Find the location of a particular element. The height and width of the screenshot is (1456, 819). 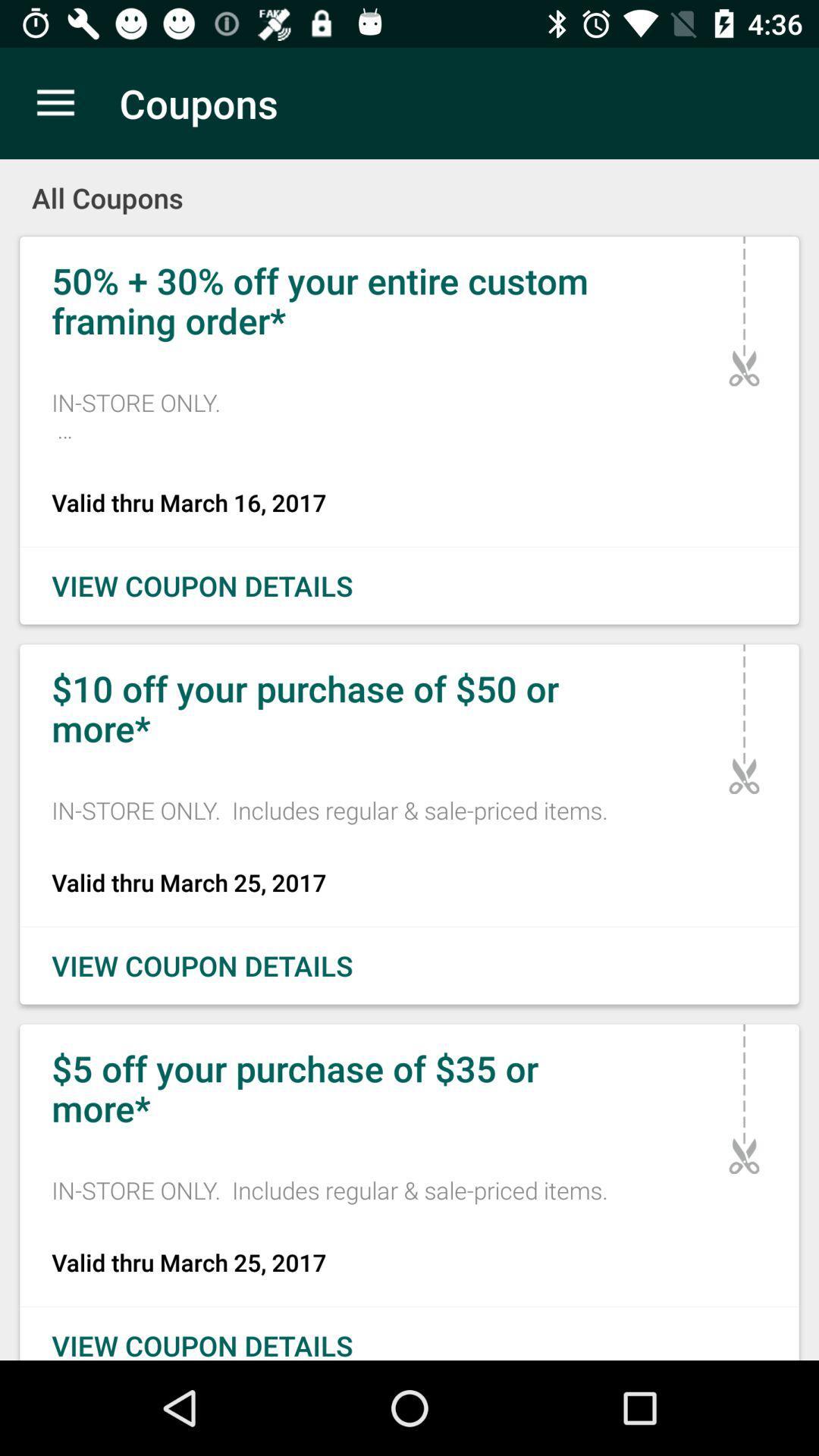

all coupons icon is located at coordinates (409, 187).